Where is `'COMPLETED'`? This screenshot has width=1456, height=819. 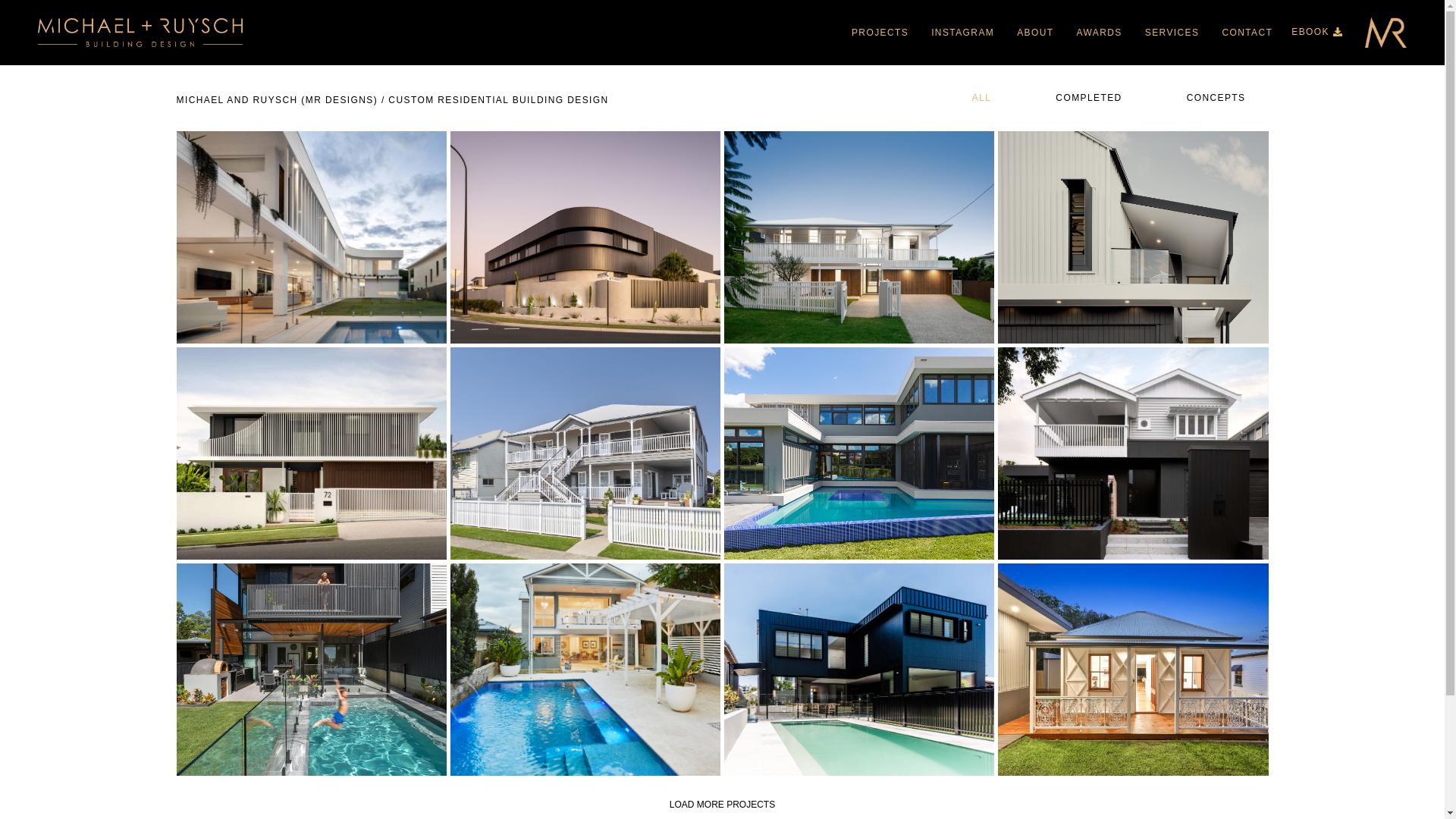
'COMPLETED' is located at coordinates (1086, 99).